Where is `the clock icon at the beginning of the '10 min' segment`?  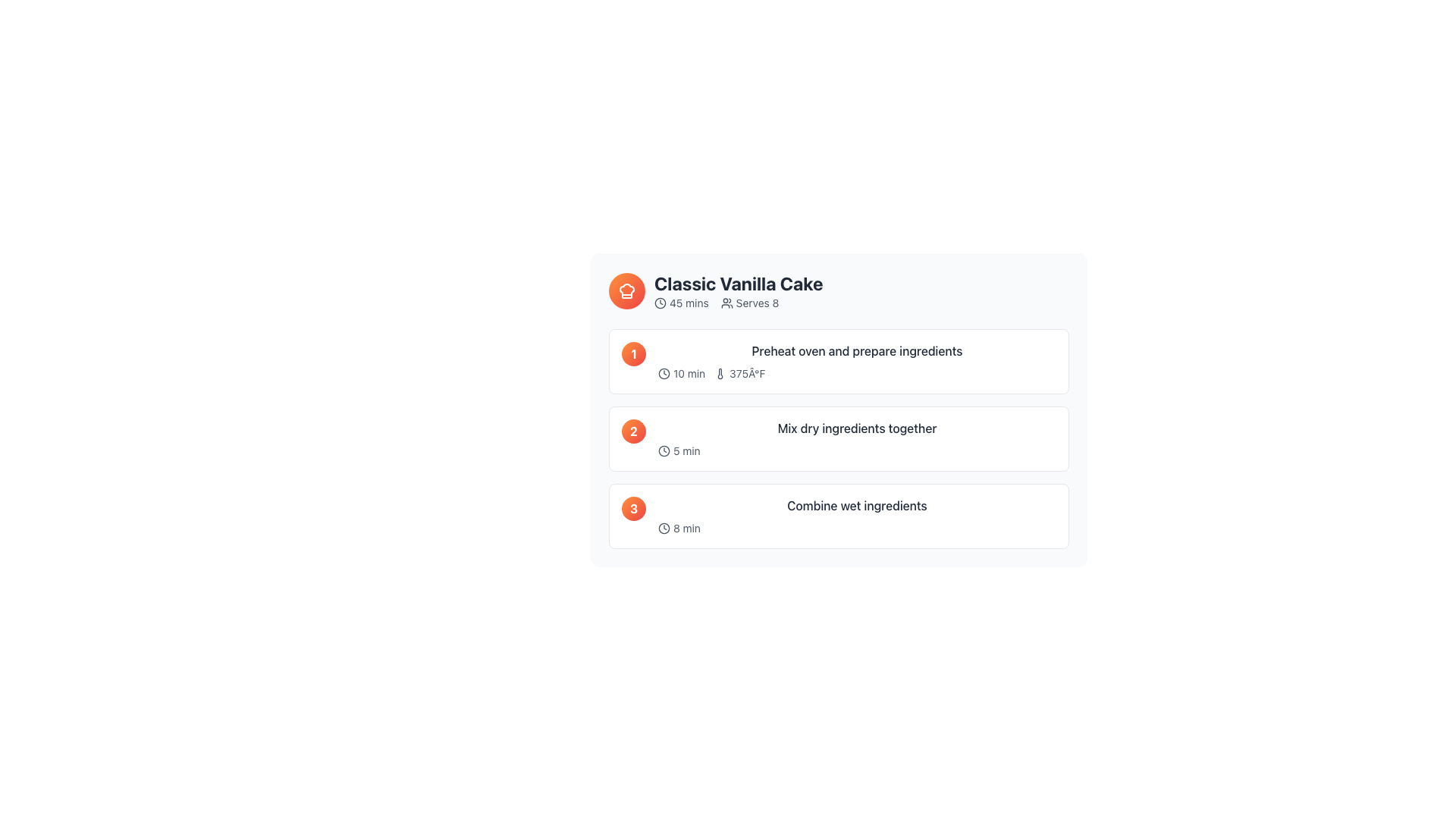 the clock icon at the beginning of the '10 min' segment is located at coordinates (664, 374).